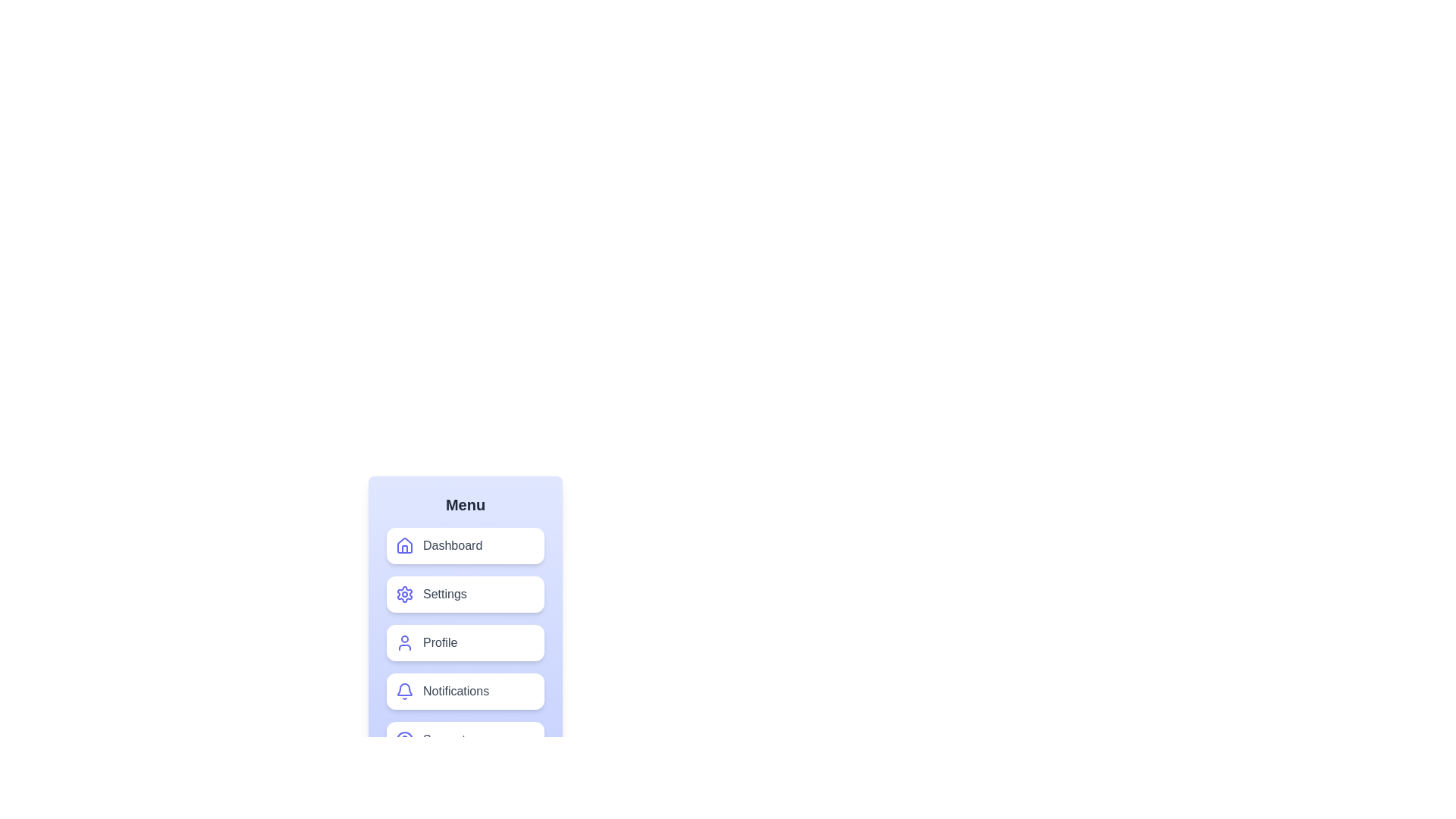 The image size is (1456, 819). I want to click on the settings icon, which resembles a gear or cogwheel, located inside a button with a white background, positioned to the left of the 'Settings' text label, so click(404, 593).